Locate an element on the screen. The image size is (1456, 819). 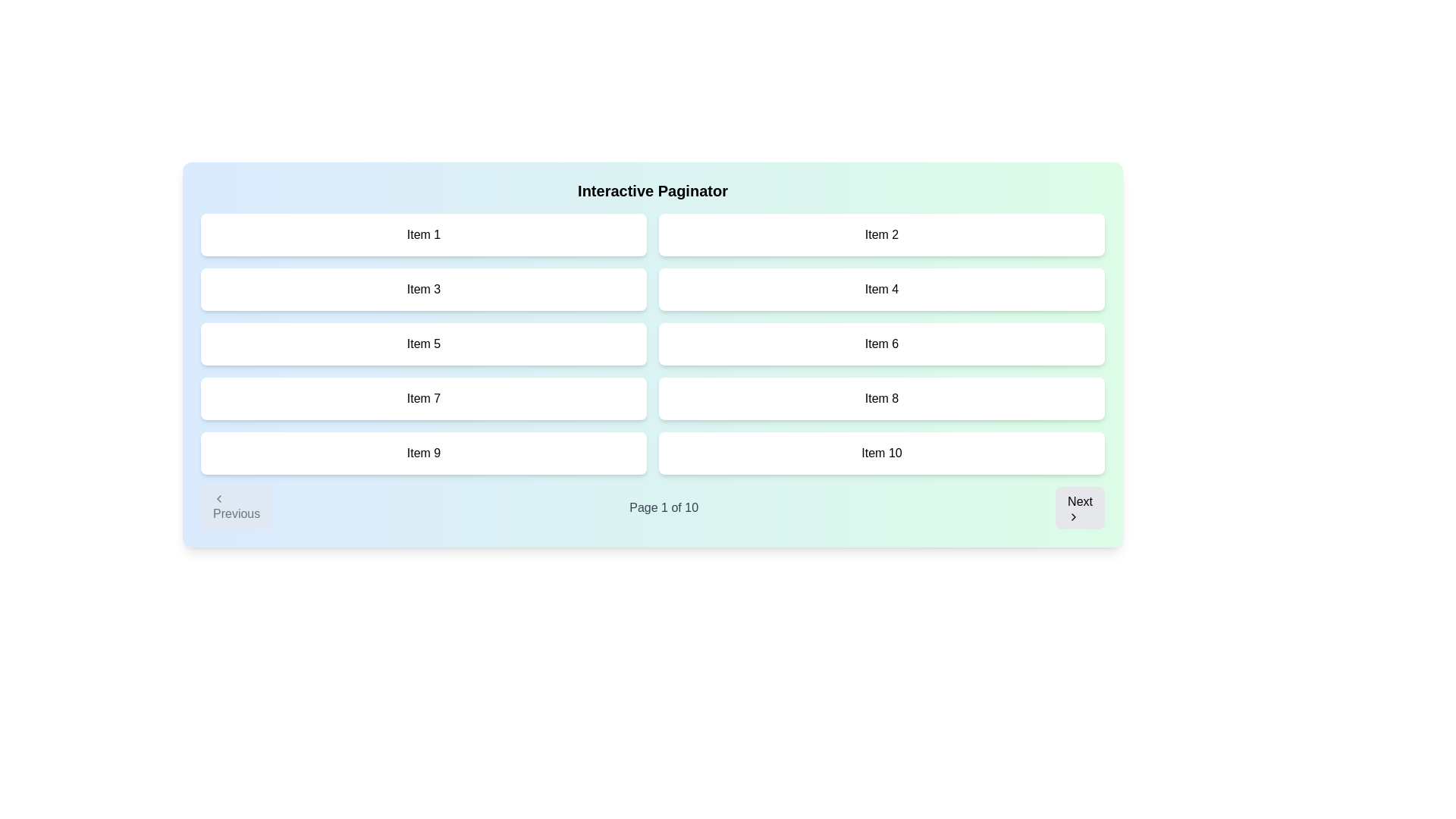
the Static Card displaying 'Item 1', which is a rectangular card with rounded corners and a white background located at the top-left of the grid layout is located at coordinates (423, 234).